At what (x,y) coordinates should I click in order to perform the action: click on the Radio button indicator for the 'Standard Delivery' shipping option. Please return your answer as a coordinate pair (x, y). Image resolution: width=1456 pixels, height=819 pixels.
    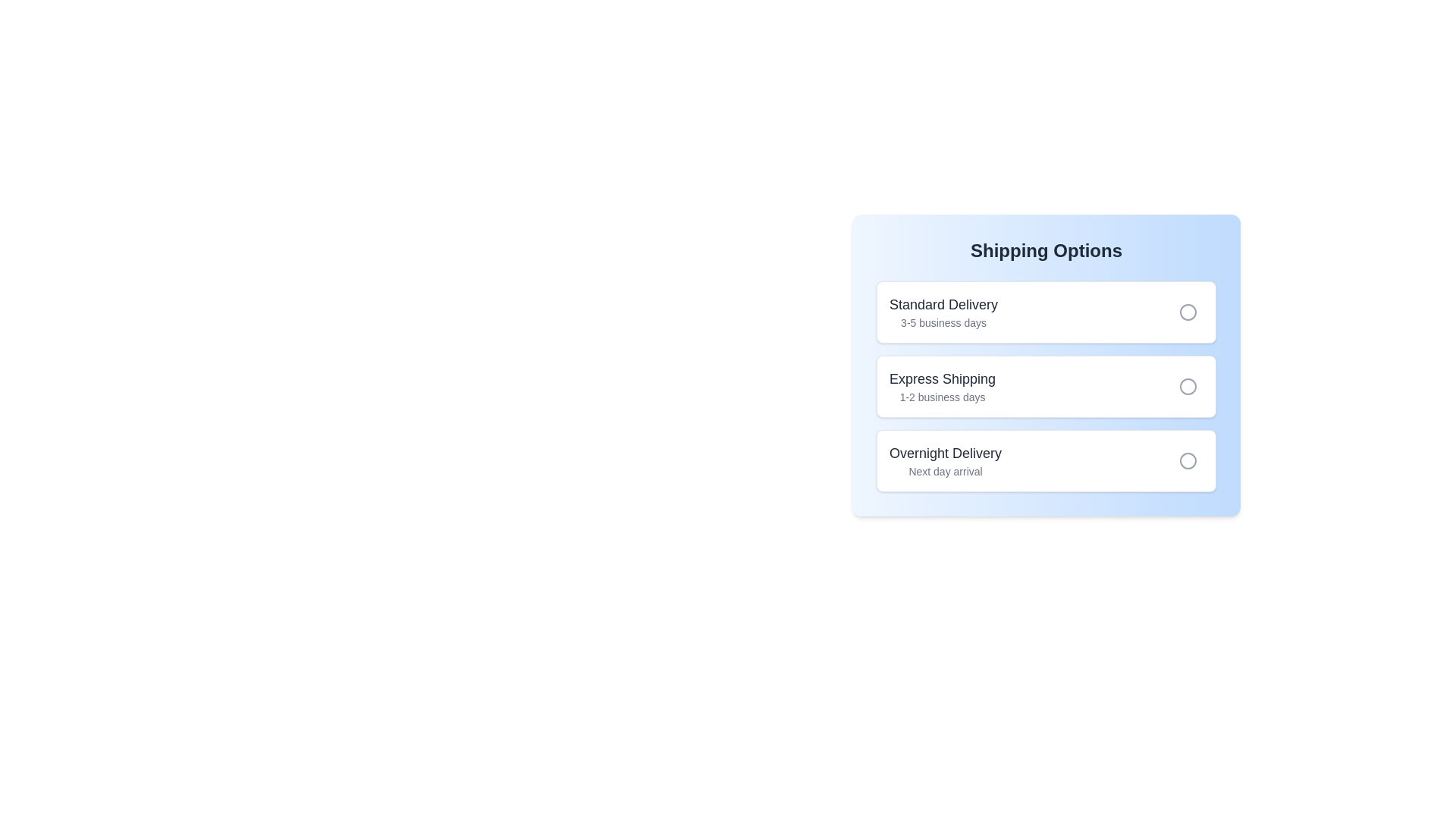
    Looking at the image, I should click on (1187, 312).